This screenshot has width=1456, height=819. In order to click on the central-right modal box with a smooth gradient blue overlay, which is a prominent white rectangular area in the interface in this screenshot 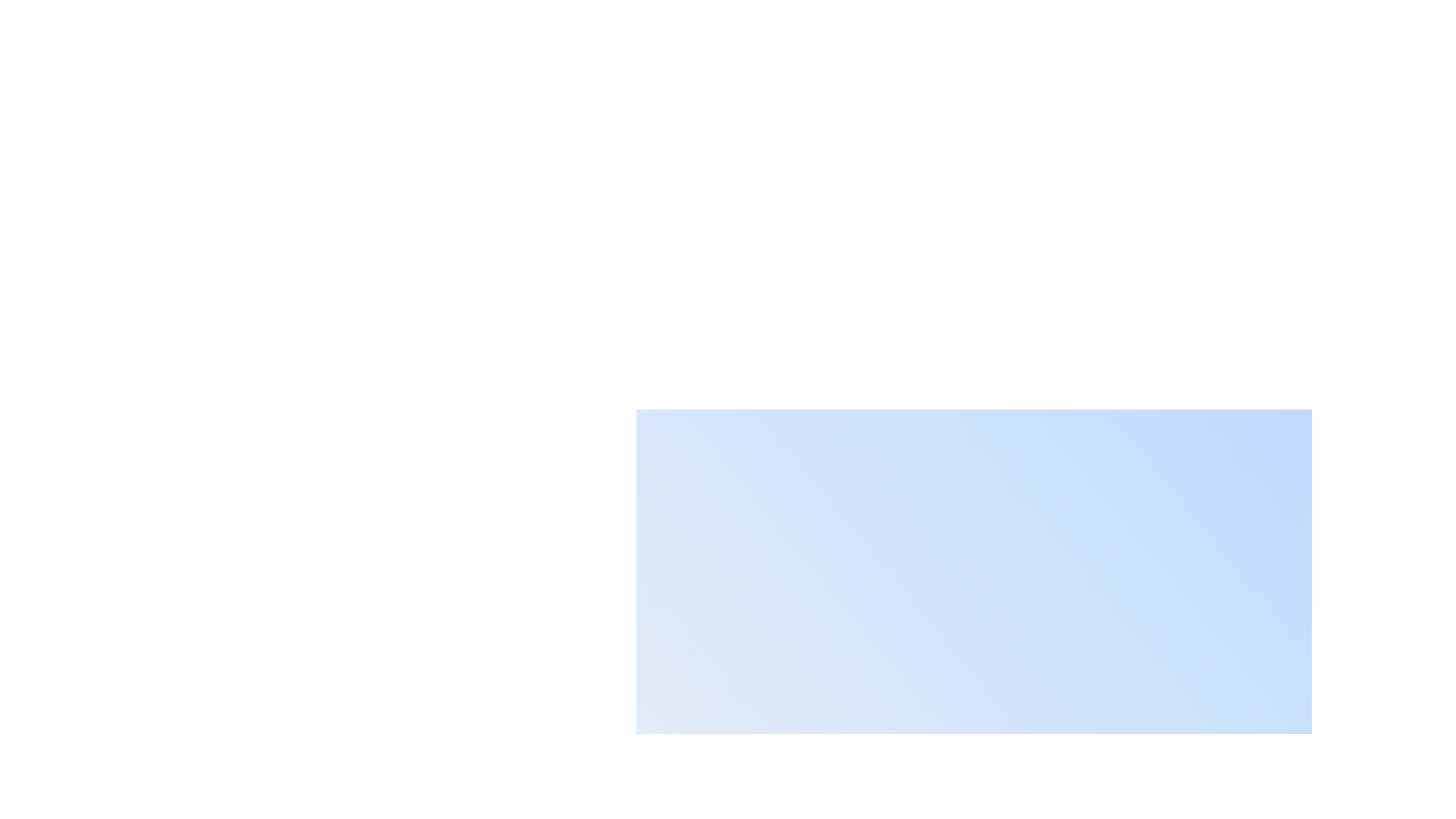, I will do `click(974, 562)`.